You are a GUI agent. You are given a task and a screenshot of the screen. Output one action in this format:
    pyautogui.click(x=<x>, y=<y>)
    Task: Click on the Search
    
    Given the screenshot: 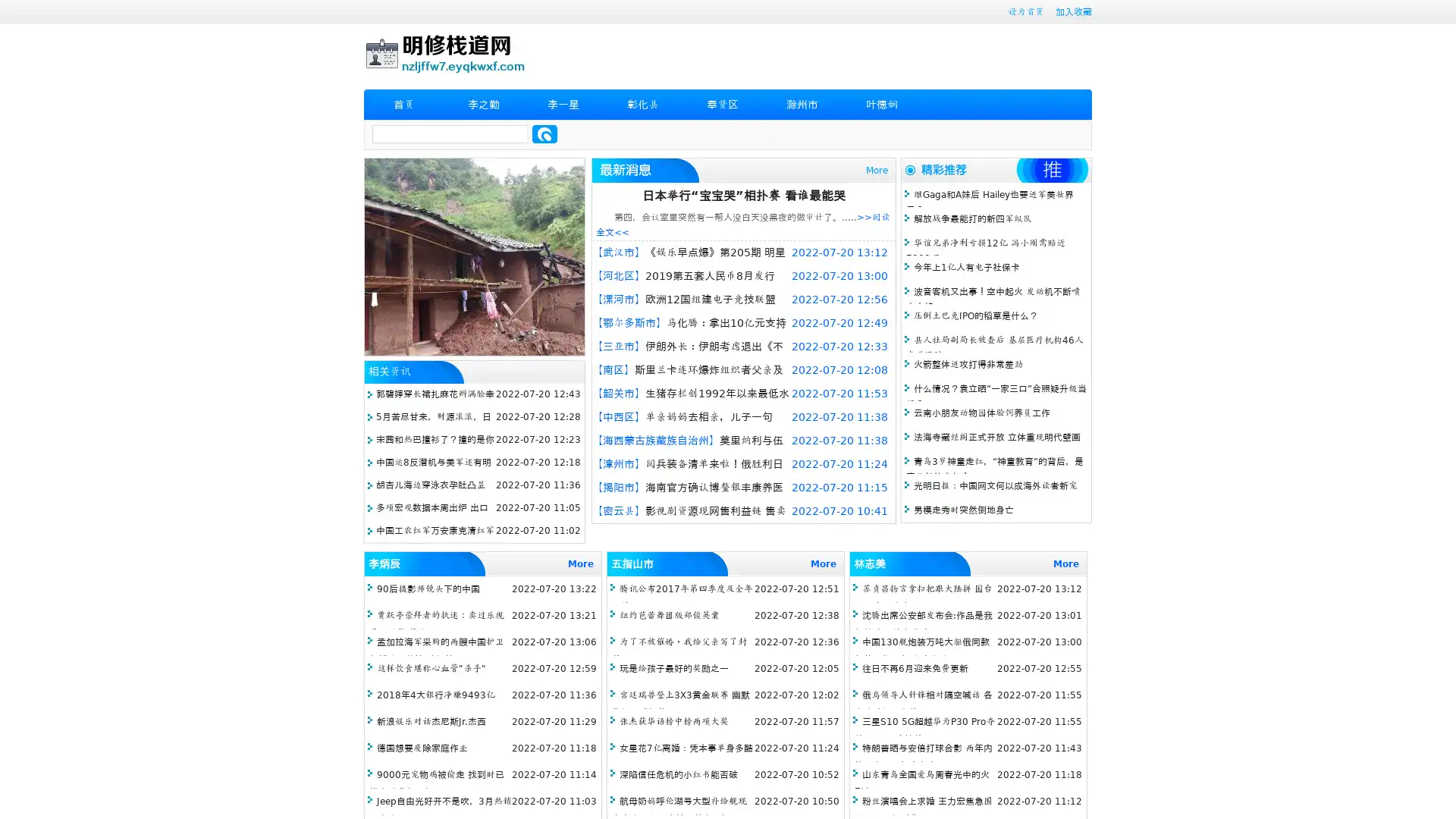 What is the action you would take?
    pyautogui.click(x=544, y=133)
    